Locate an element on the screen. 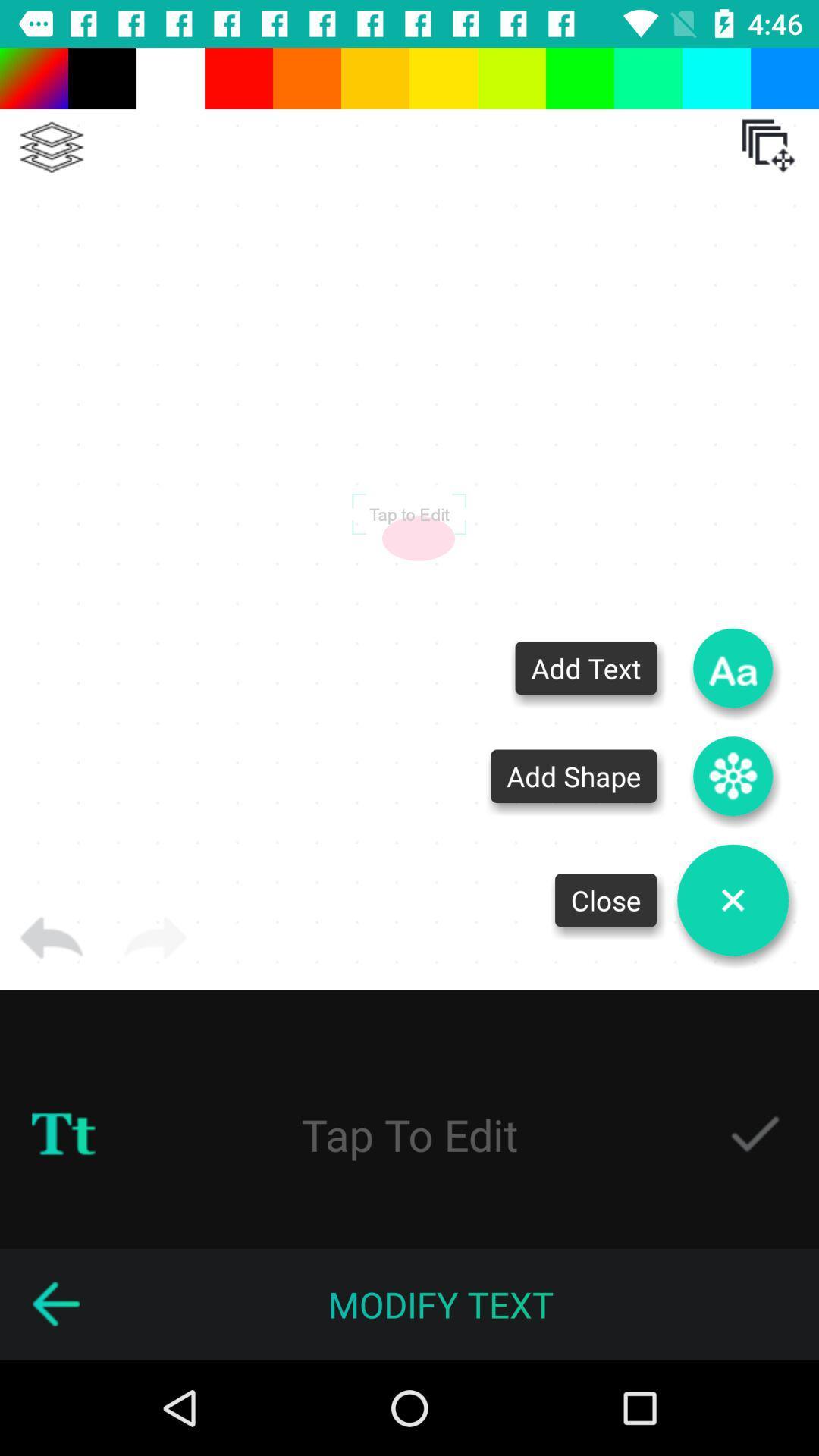 This screenshot has width=819, height=1456. tap to edit is located at coordinates (408, 513).